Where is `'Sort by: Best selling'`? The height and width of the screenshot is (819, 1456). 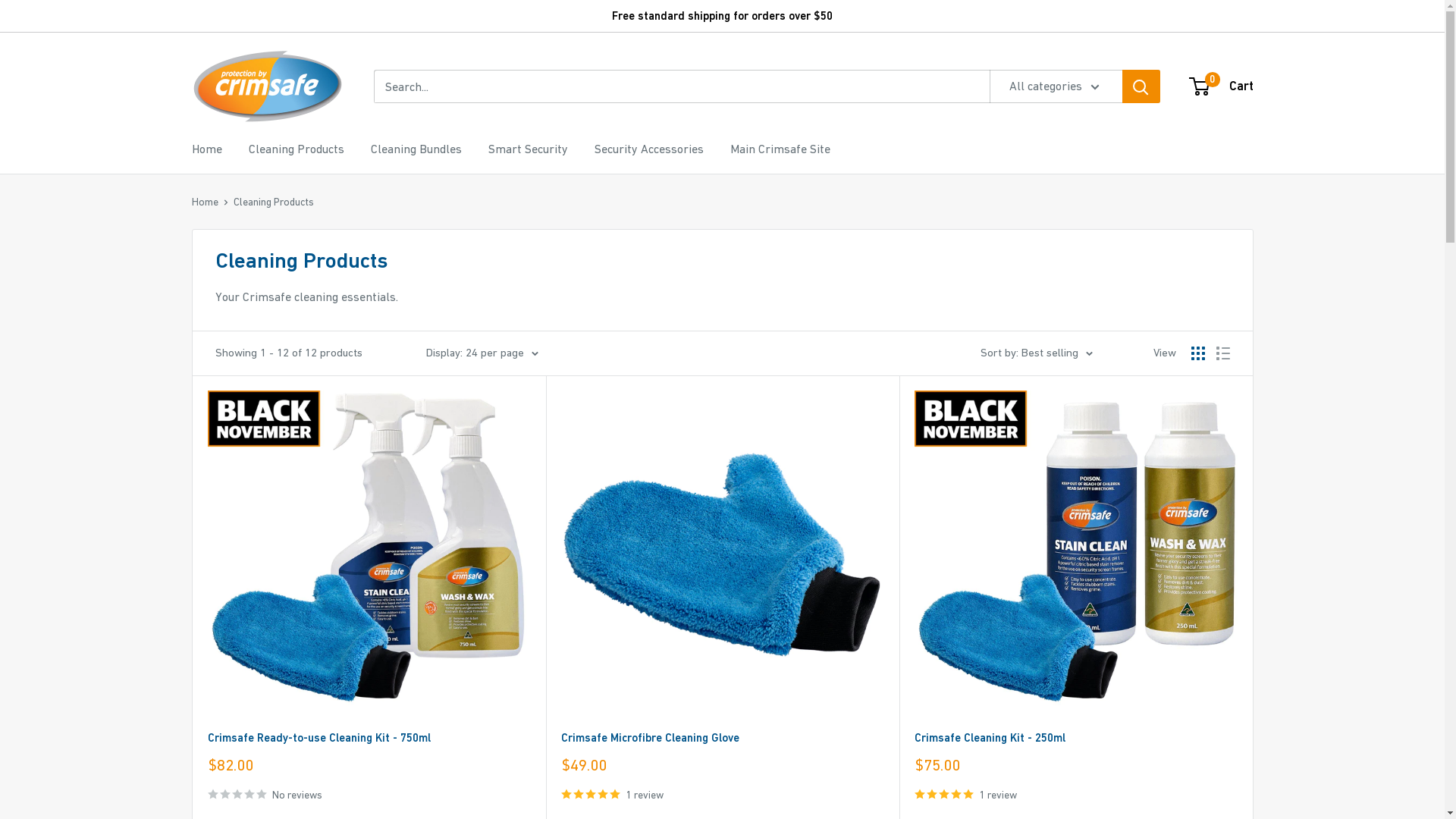 'Sort by: Best selling' is located at coordinates (1035, 353).